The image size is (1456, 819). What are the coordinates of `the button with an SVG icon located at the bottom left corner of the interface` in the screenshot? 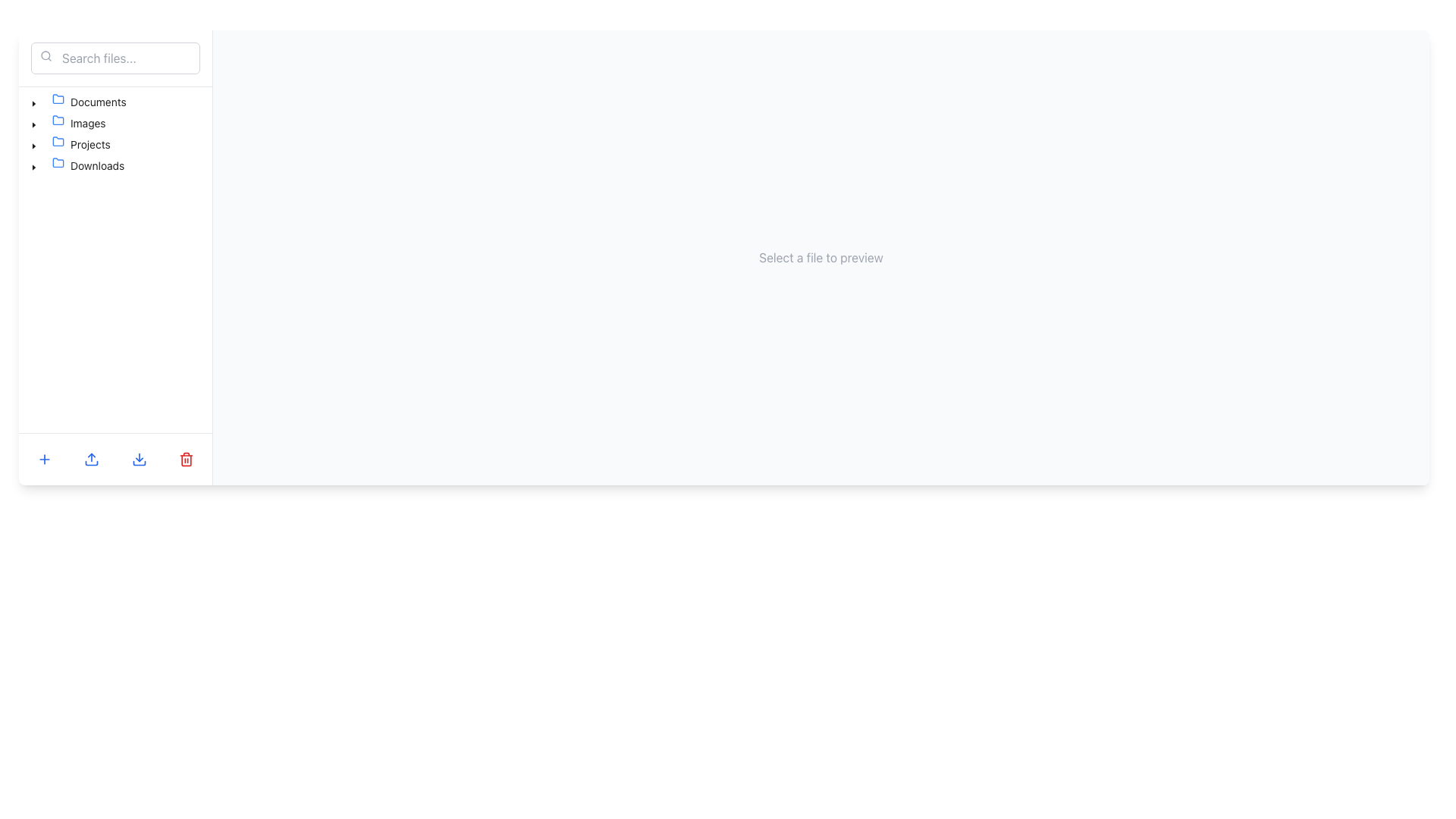 It's located at (44, 458).